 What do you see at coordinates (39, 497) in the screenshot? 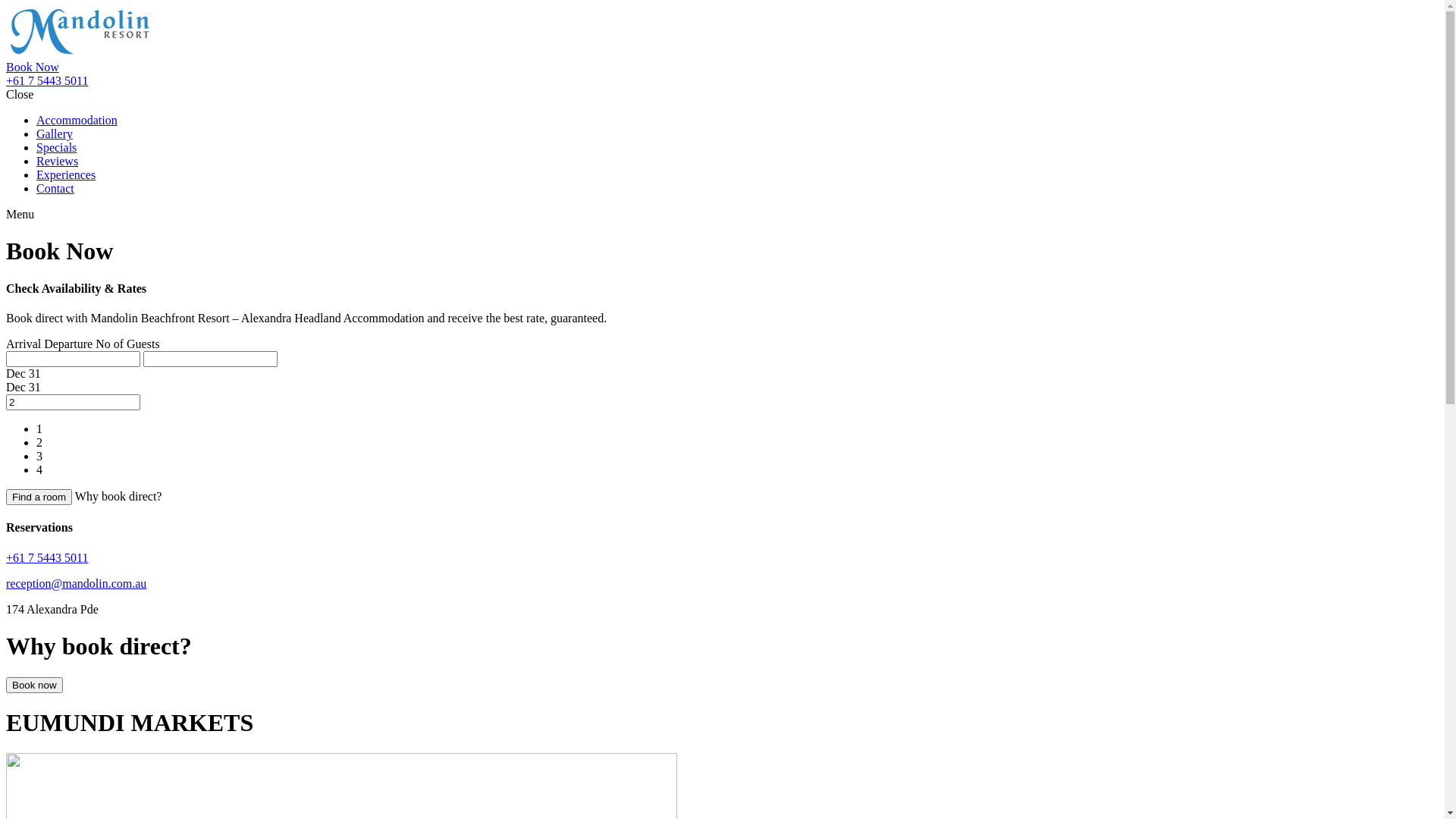
I see `'Find a room'` at bounding box center [39, 497].